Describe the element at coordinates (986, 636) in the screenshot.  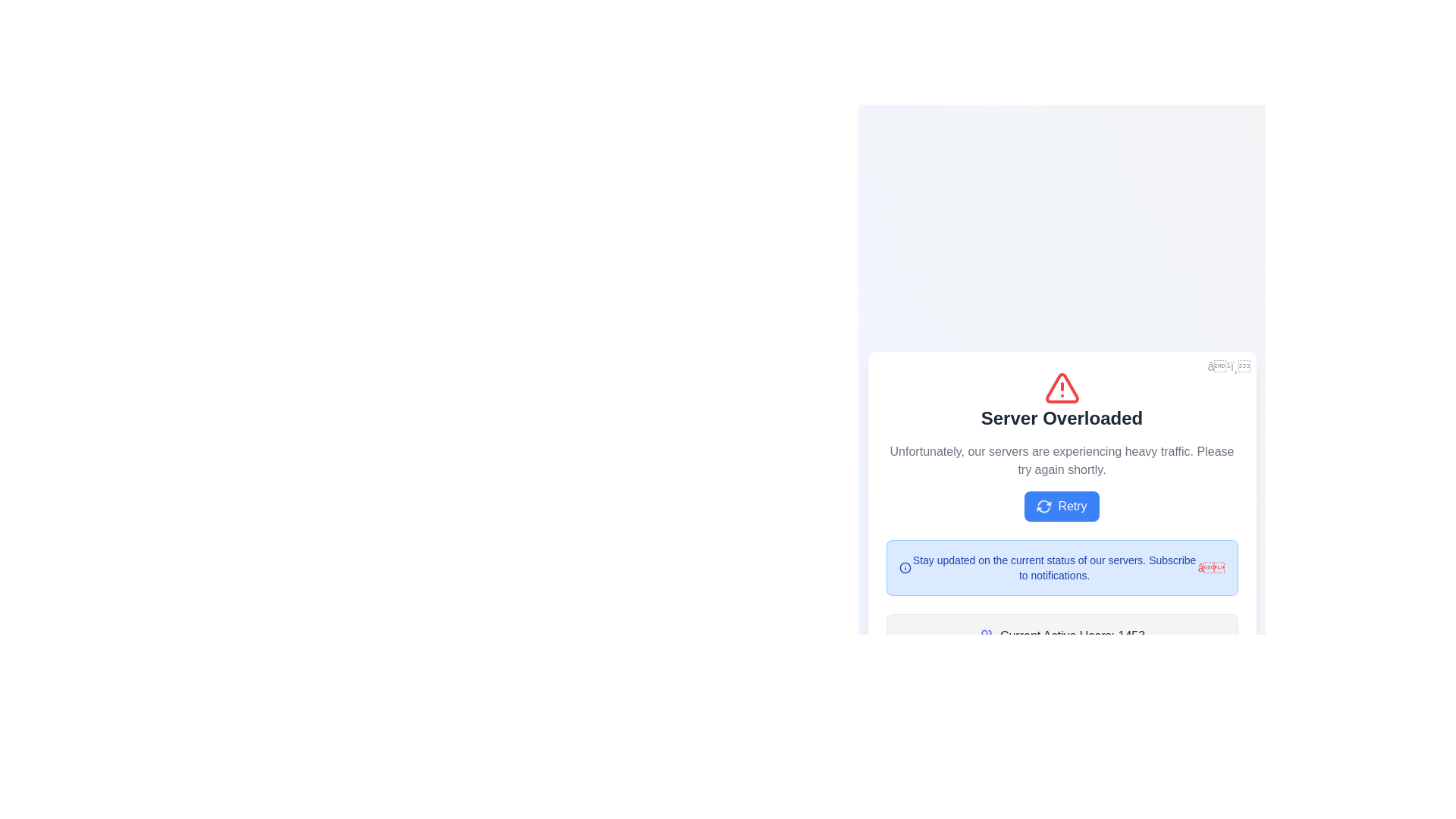
I see `the user group icon styled with blue-indigo color, located to the left of the text 'Current Active Users: 1453'` at that location.